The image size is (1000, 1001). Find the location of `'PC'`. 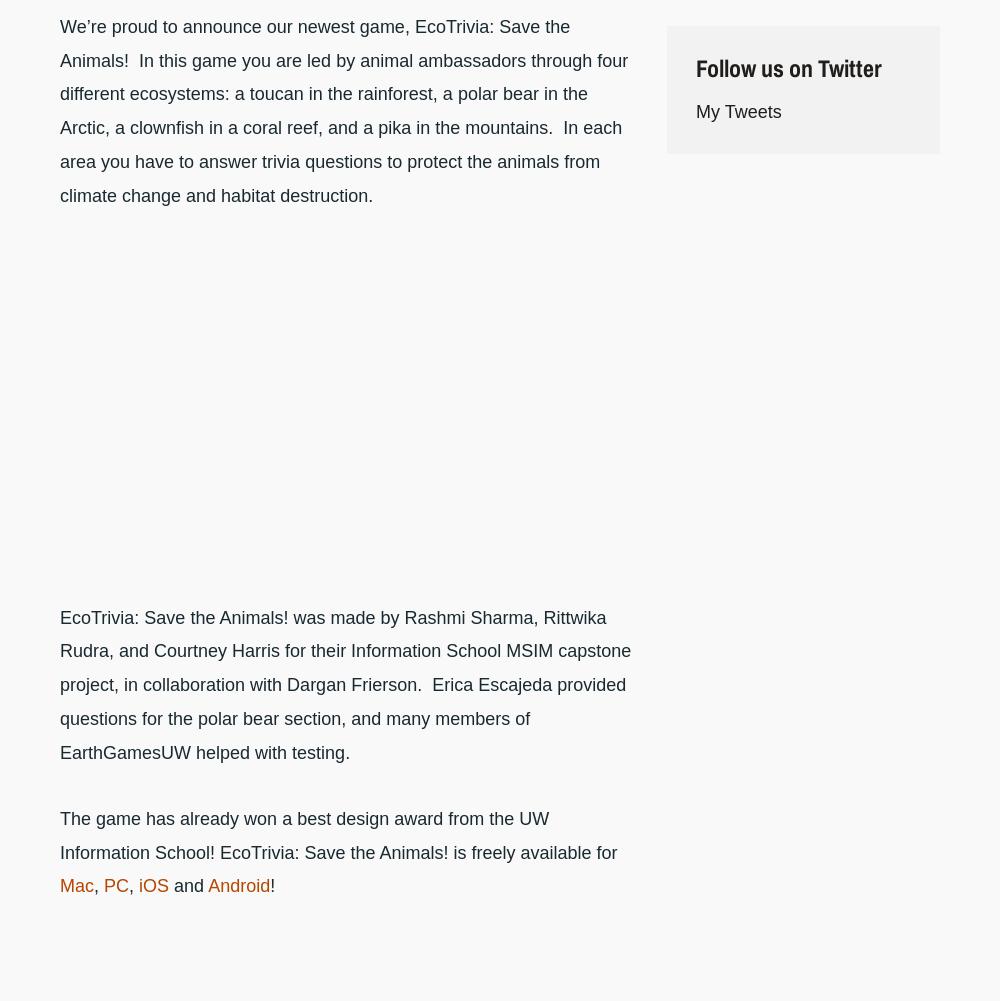

'PC' is located at coordinates (115, 885).